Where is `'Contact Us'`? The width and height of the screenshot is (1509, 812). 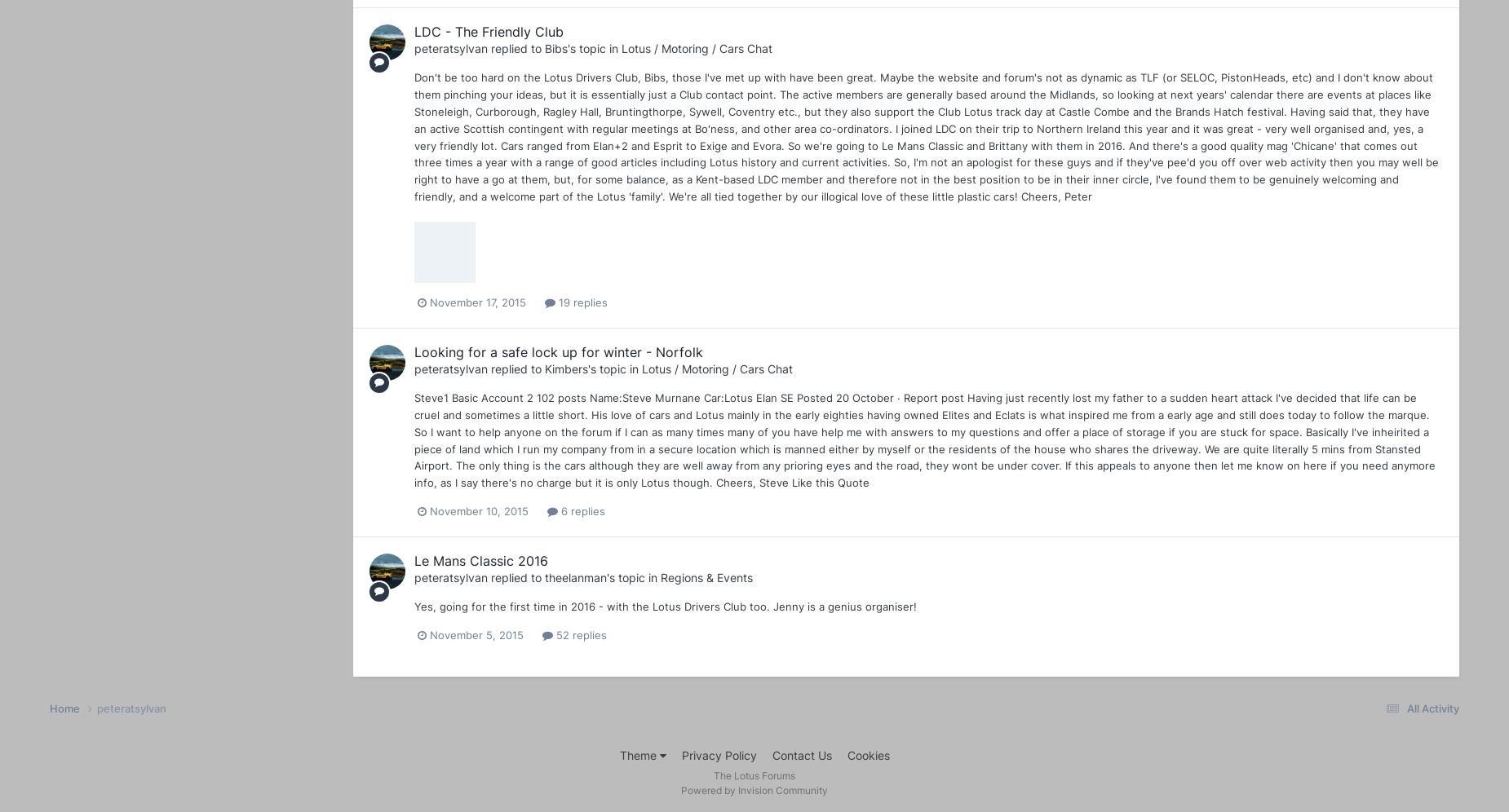
'Contact Us' is located at coordinates (771, 755).